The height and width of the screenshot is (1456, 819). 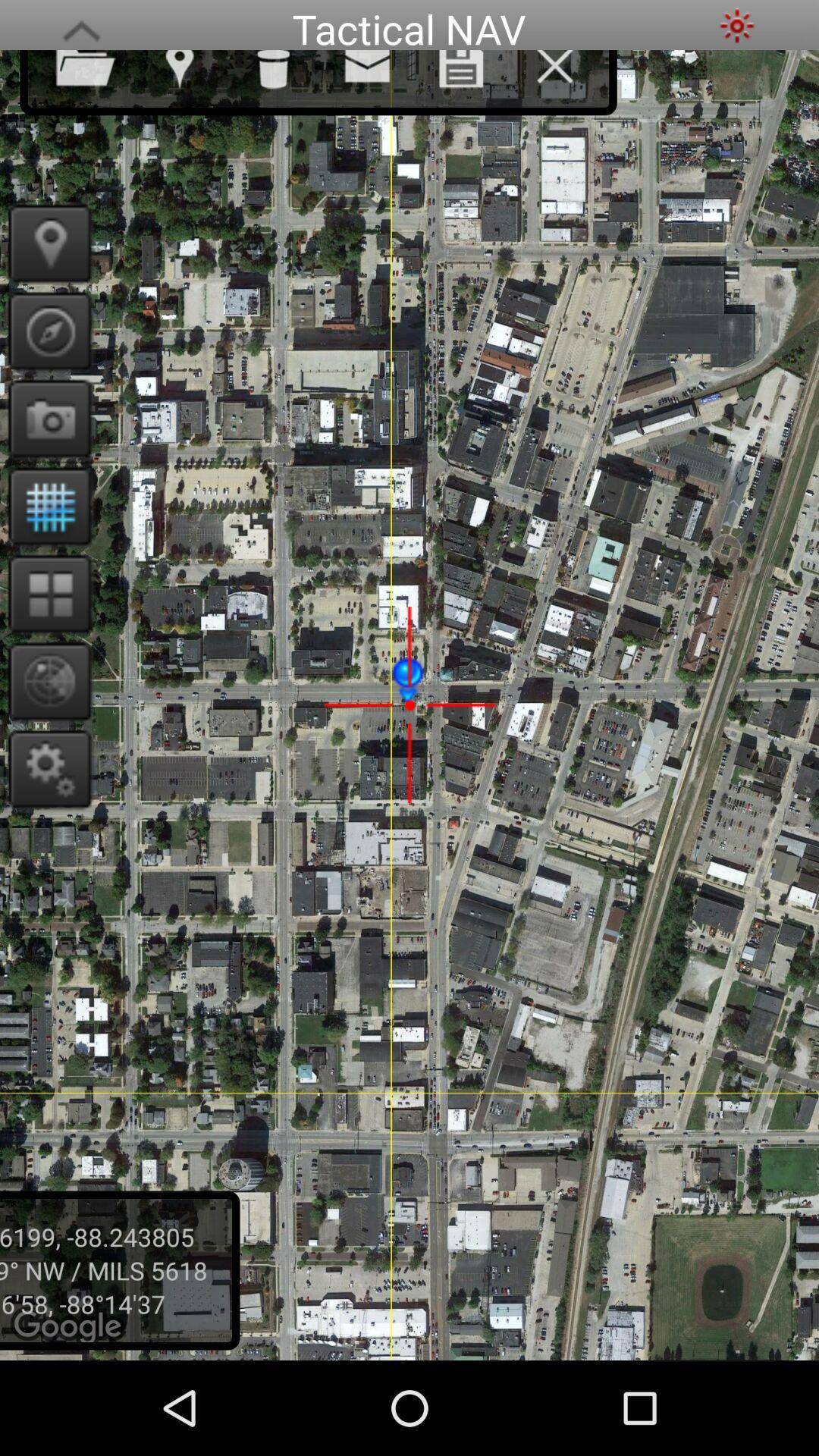 I want to click on the place you are looking for, so click(x=44, y=243).